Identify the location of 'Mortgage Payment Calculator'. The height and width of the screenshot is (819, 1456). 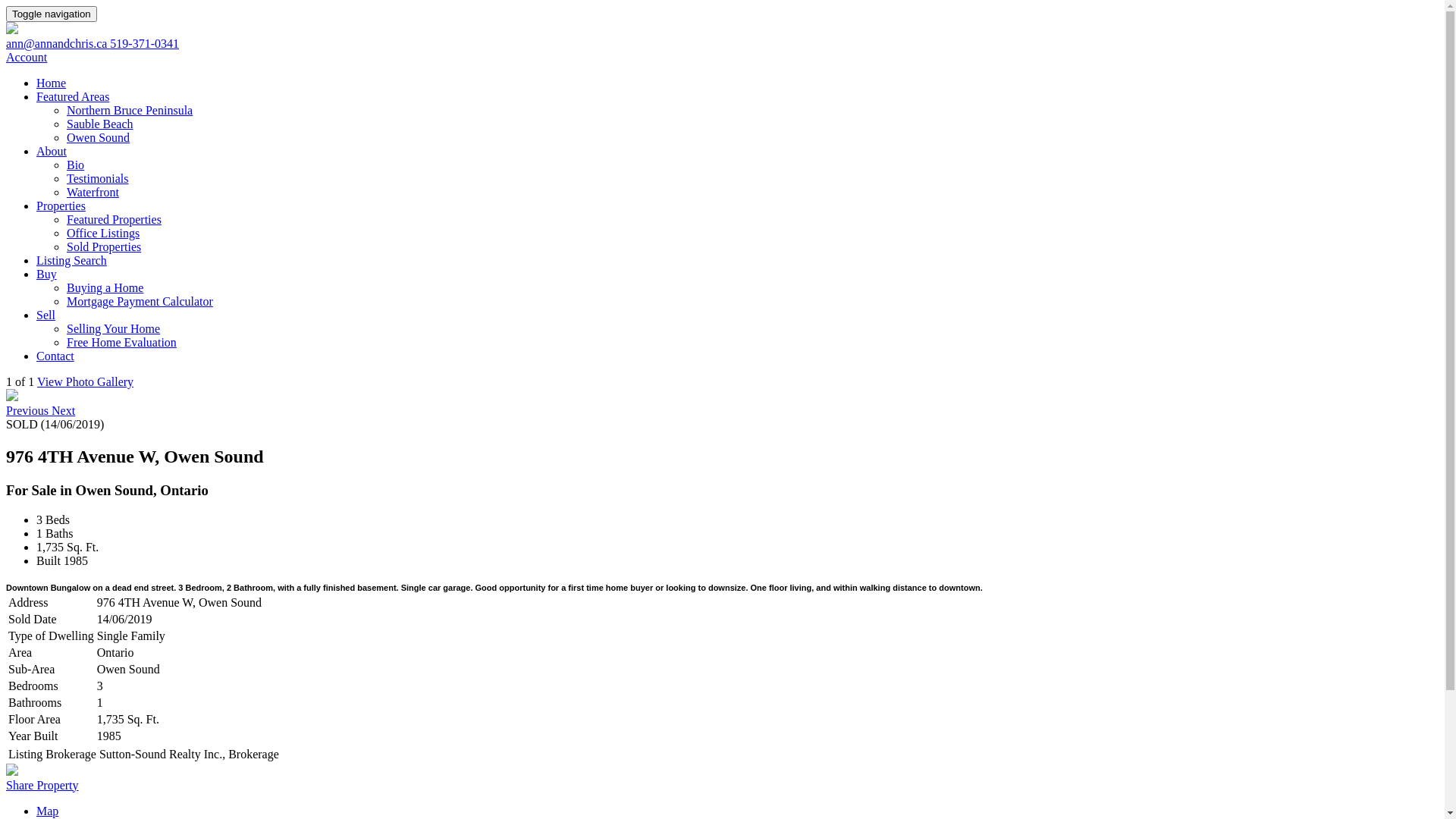
(140, 301).